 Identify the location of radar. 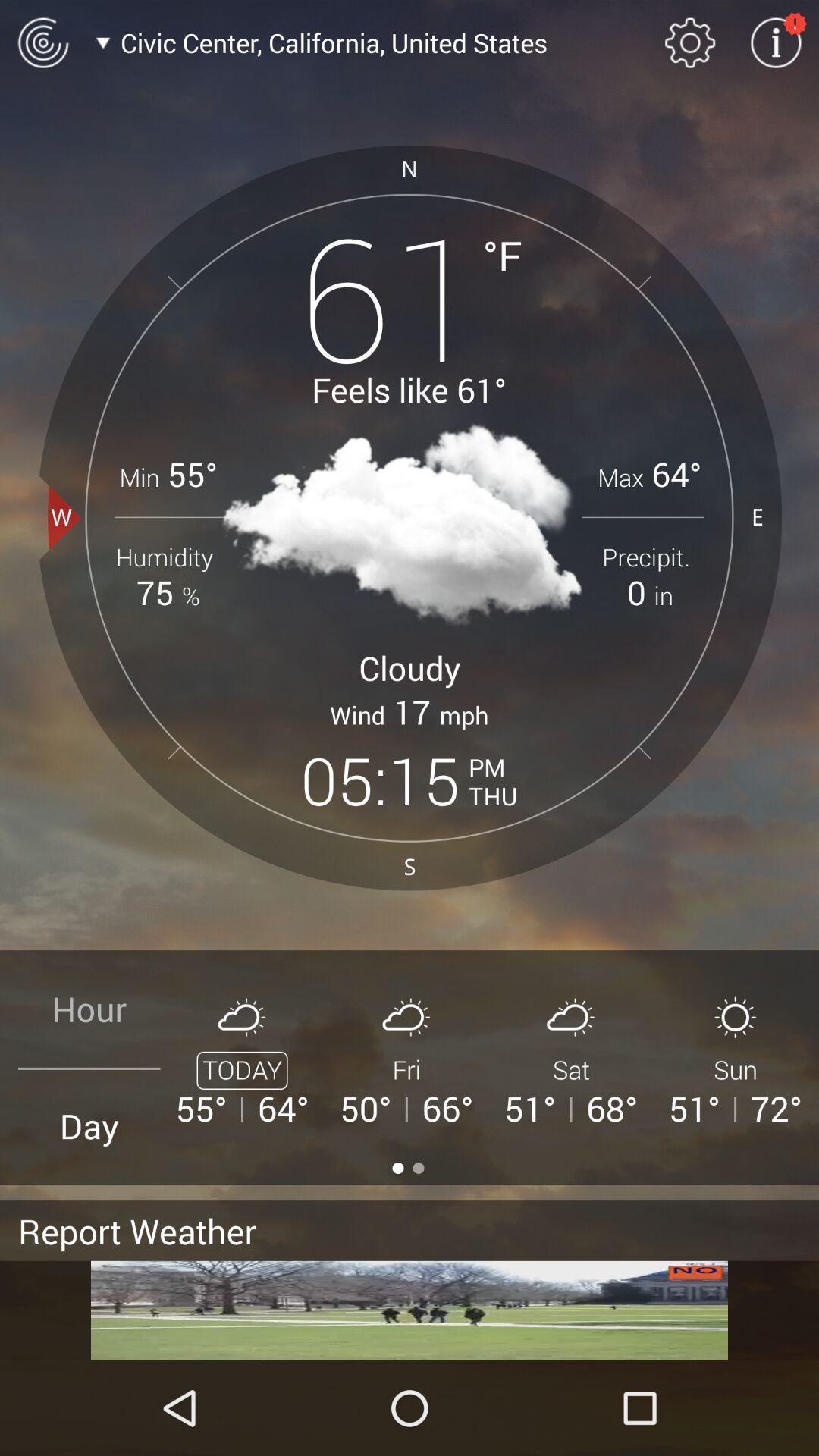
(42, 42).